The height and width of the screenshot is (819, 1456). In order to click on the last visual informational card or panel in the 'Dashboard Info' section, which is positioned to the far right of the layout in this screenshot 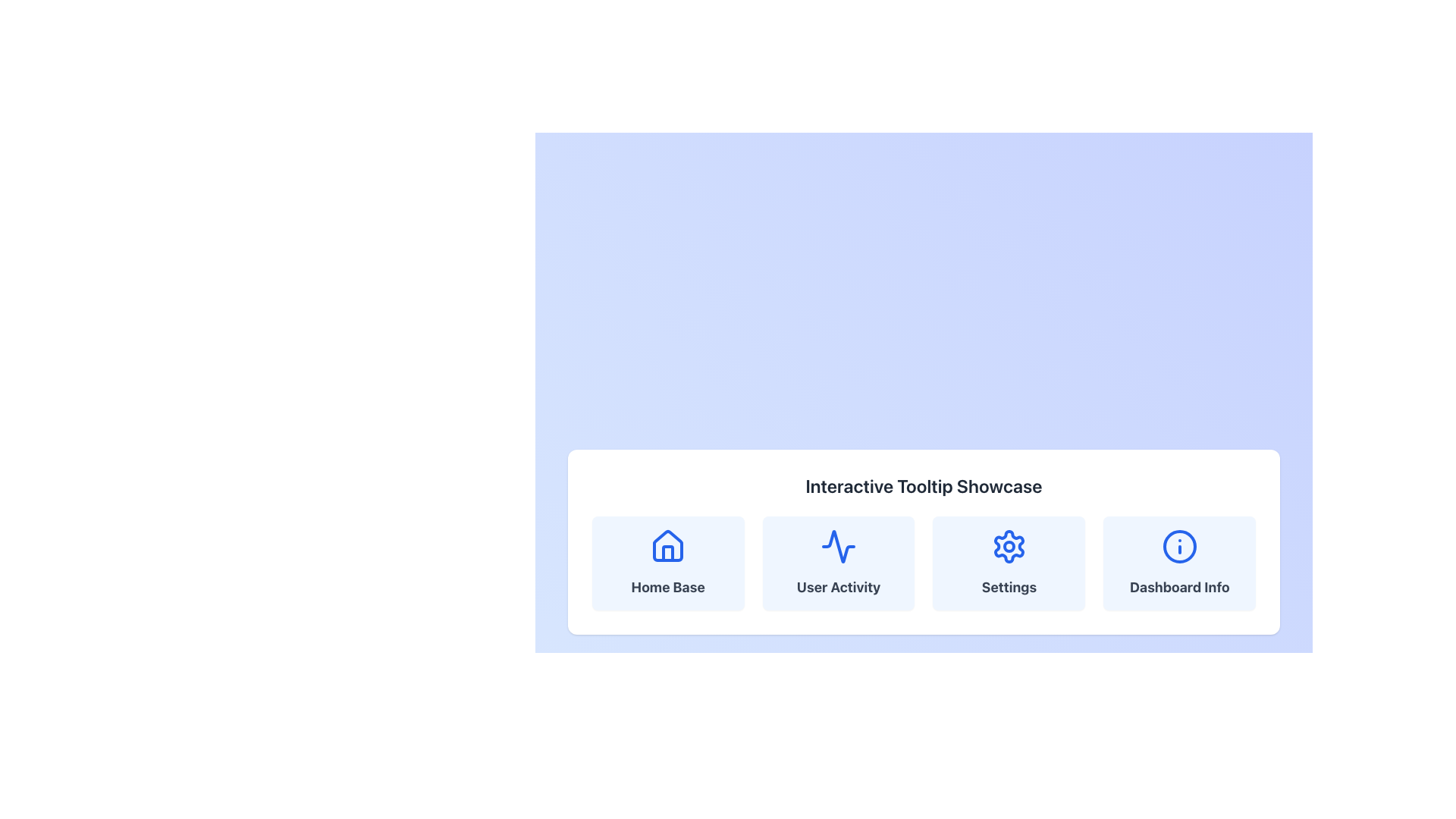, I will do `click(1178, 563)`.